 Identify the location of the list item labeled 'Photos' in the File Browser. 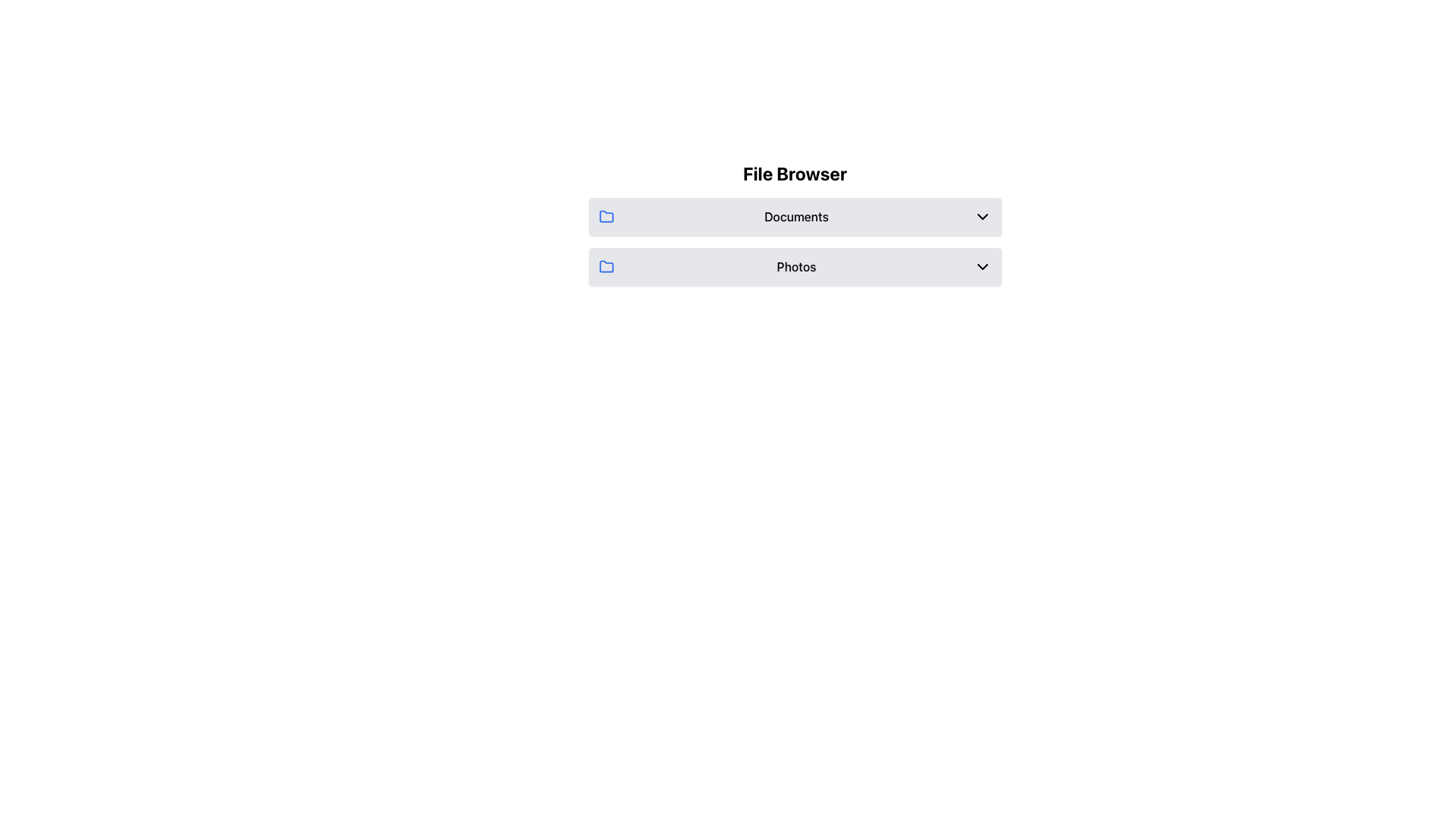
(794, 265).